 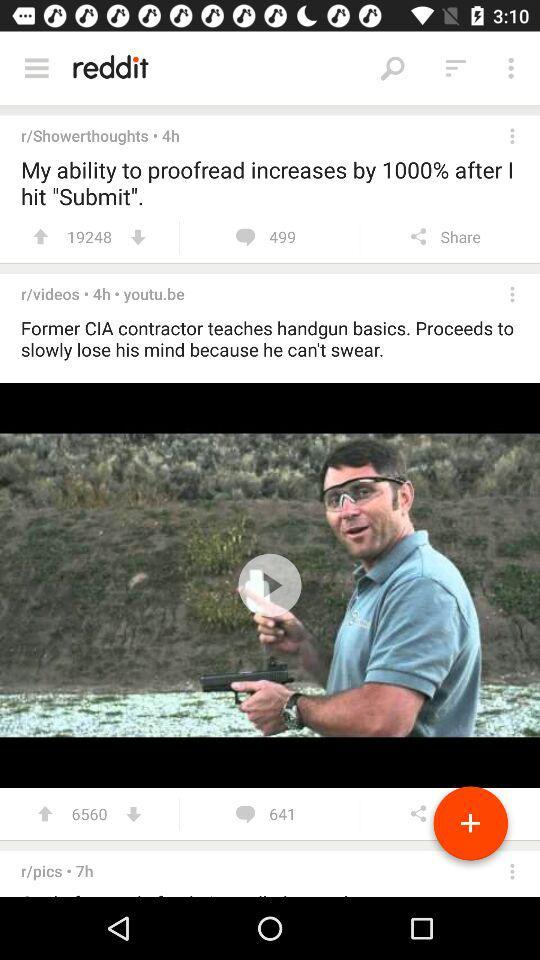 I want to click on the add icon, so click(x=470, y=827).